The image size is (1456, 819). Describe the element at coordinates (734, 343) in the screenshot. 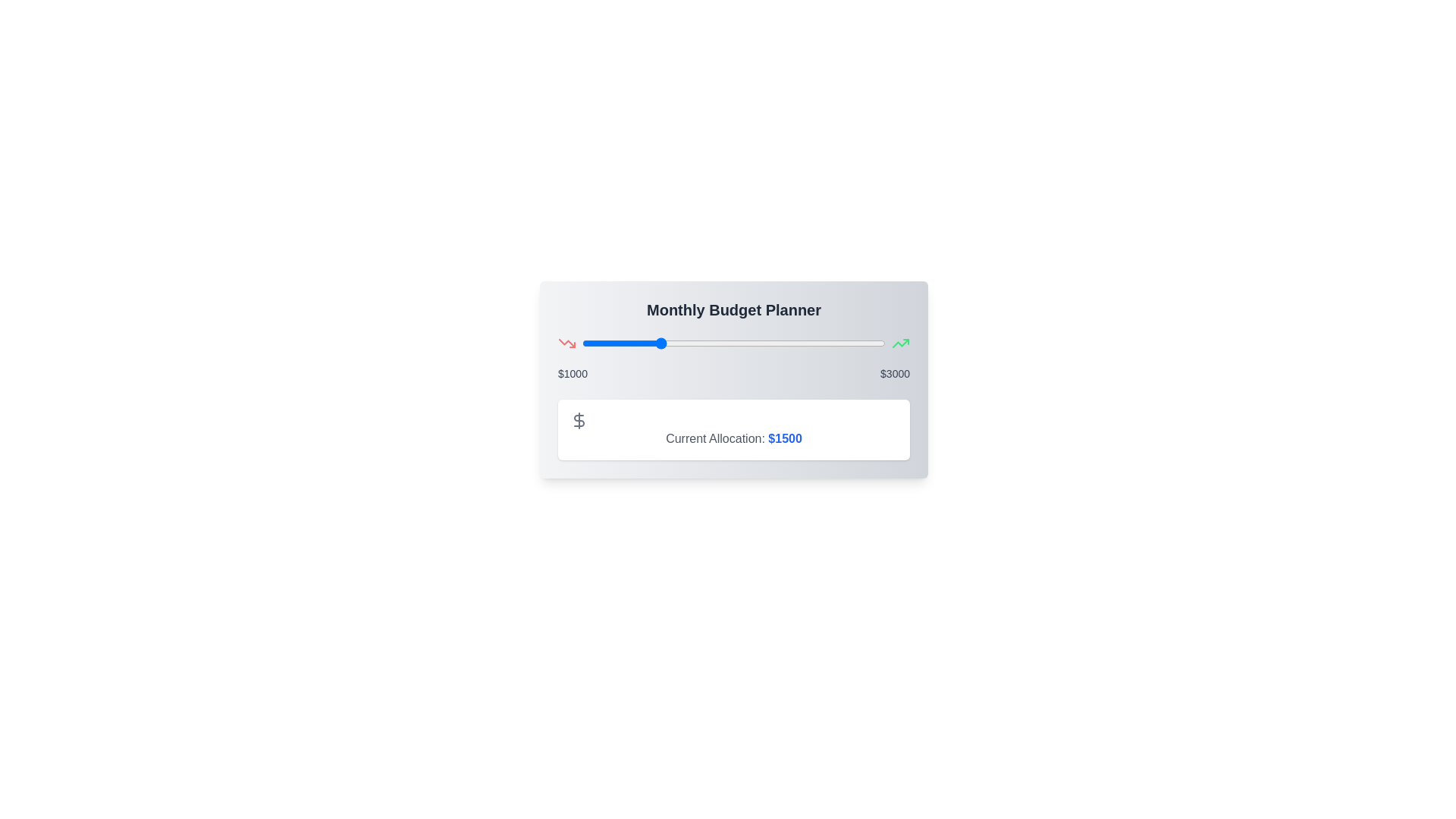

I see `the slider to view its range limits` at that location.